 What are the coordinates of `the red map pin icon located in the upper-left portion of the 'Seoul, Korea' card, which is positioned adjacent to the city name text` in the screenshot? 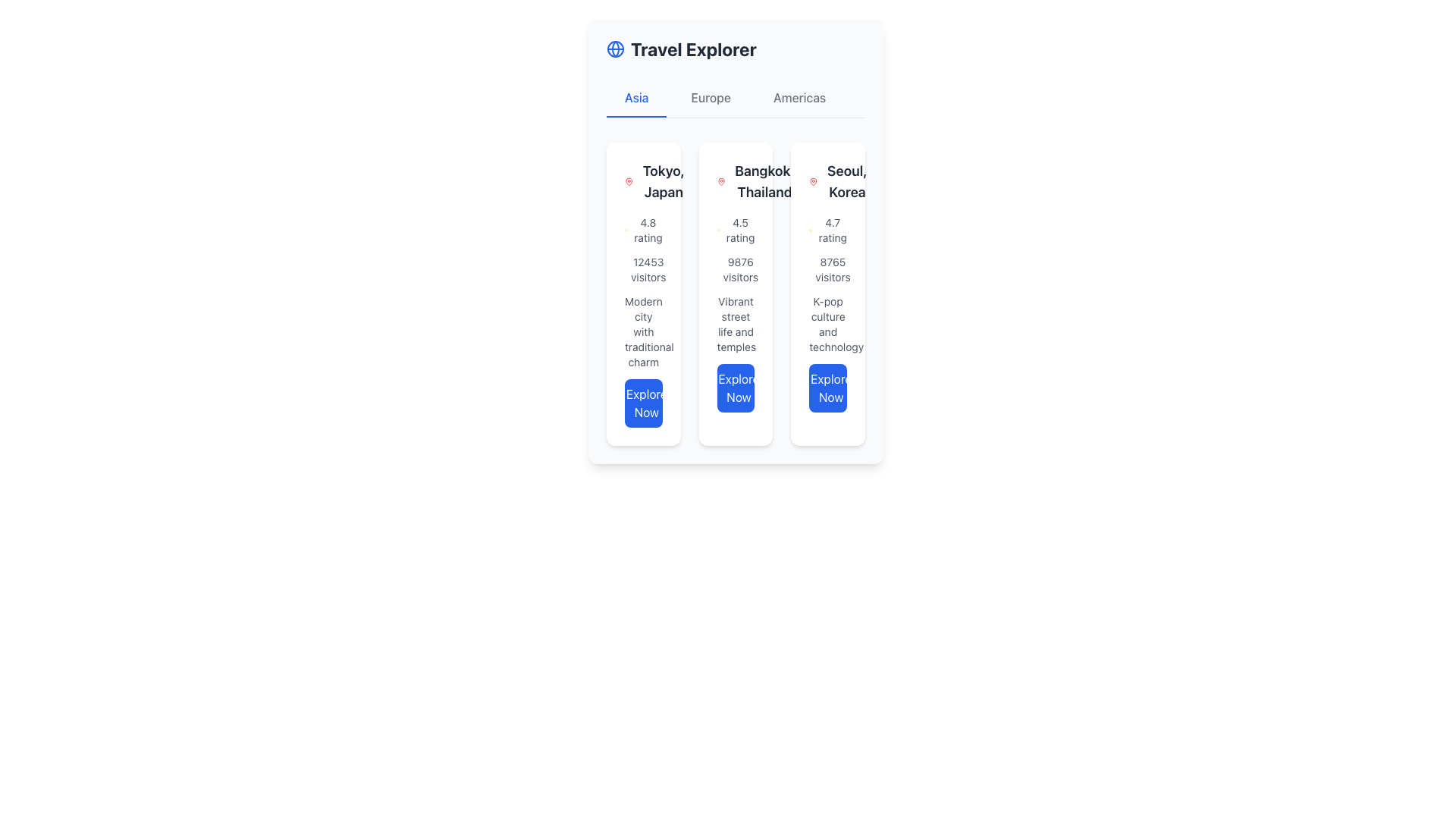 It's located at (813, 180).